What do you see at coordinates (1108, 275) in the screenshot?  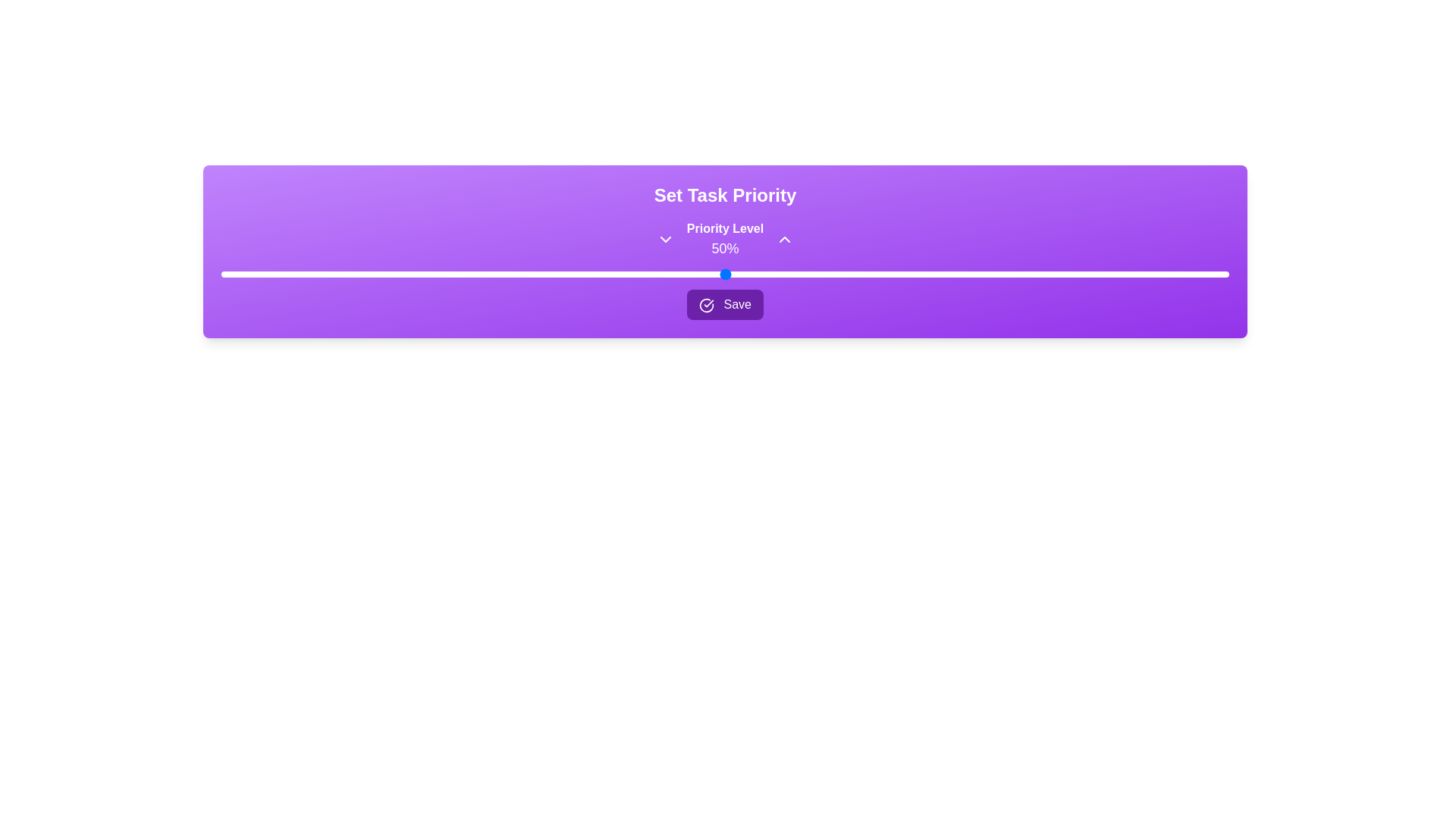 I see `the priority level` at bounding box center [1108, 275].